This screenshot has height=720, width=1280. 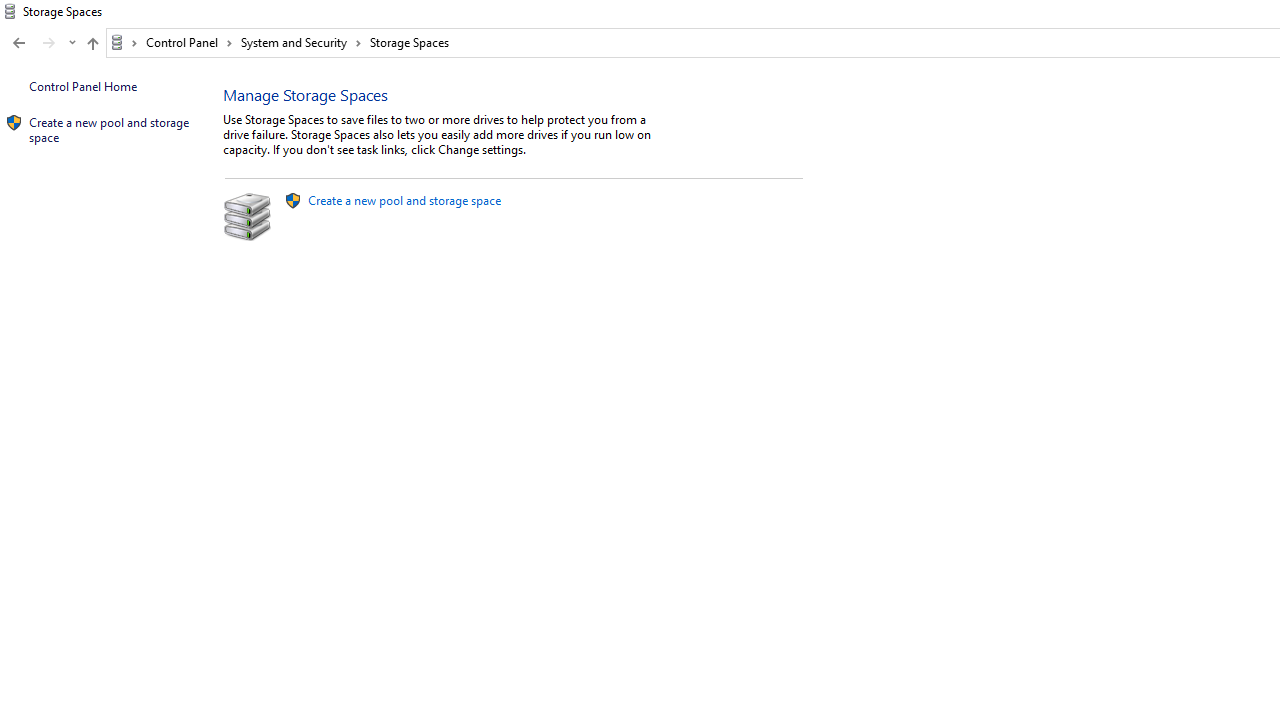 What do you see at coordinates (300, 42) in the screenshot?
I see `'System and Security'` at bounding box center [300, 42].